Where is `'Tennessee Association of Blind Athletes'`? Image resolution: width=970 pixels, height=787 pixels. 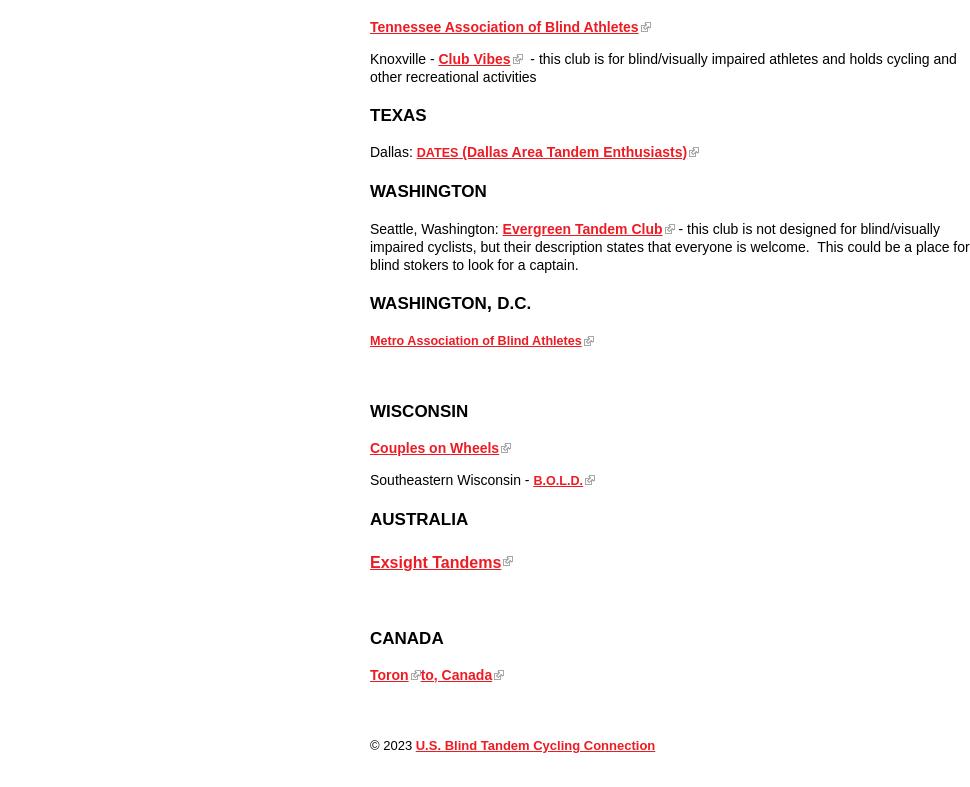 'Tennessee Association of Blind Athletes' is located at coordinates (504, 24).